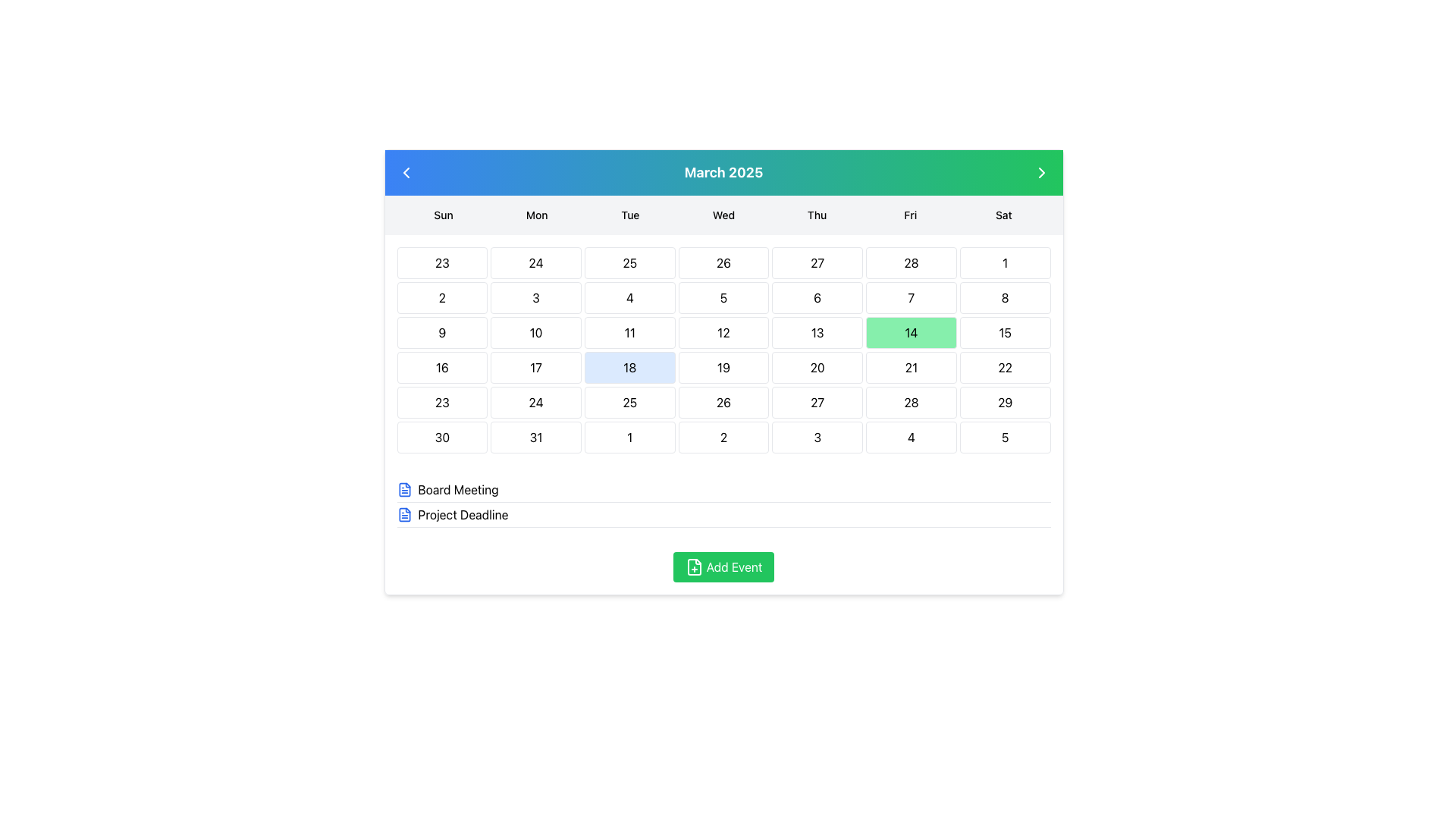 The height and width of the screenshot is (819, 1456). Describe the element at coordinates (910, 438) in the screenshot. I see `the calendar date cell displaying '4' in bold black font` at that location.